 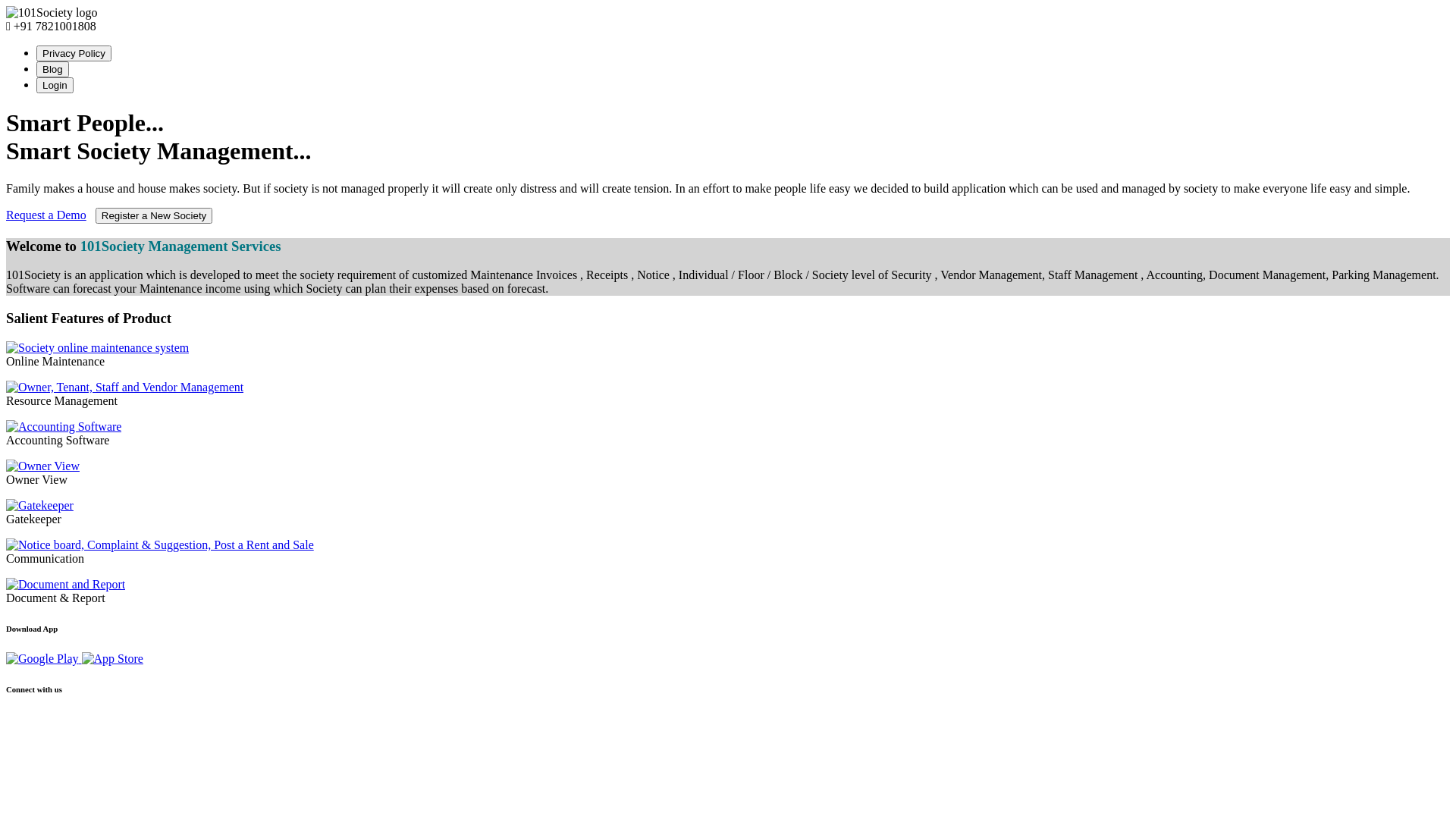 I want to click on 'Request a Demo', so click(x=46, y=215).